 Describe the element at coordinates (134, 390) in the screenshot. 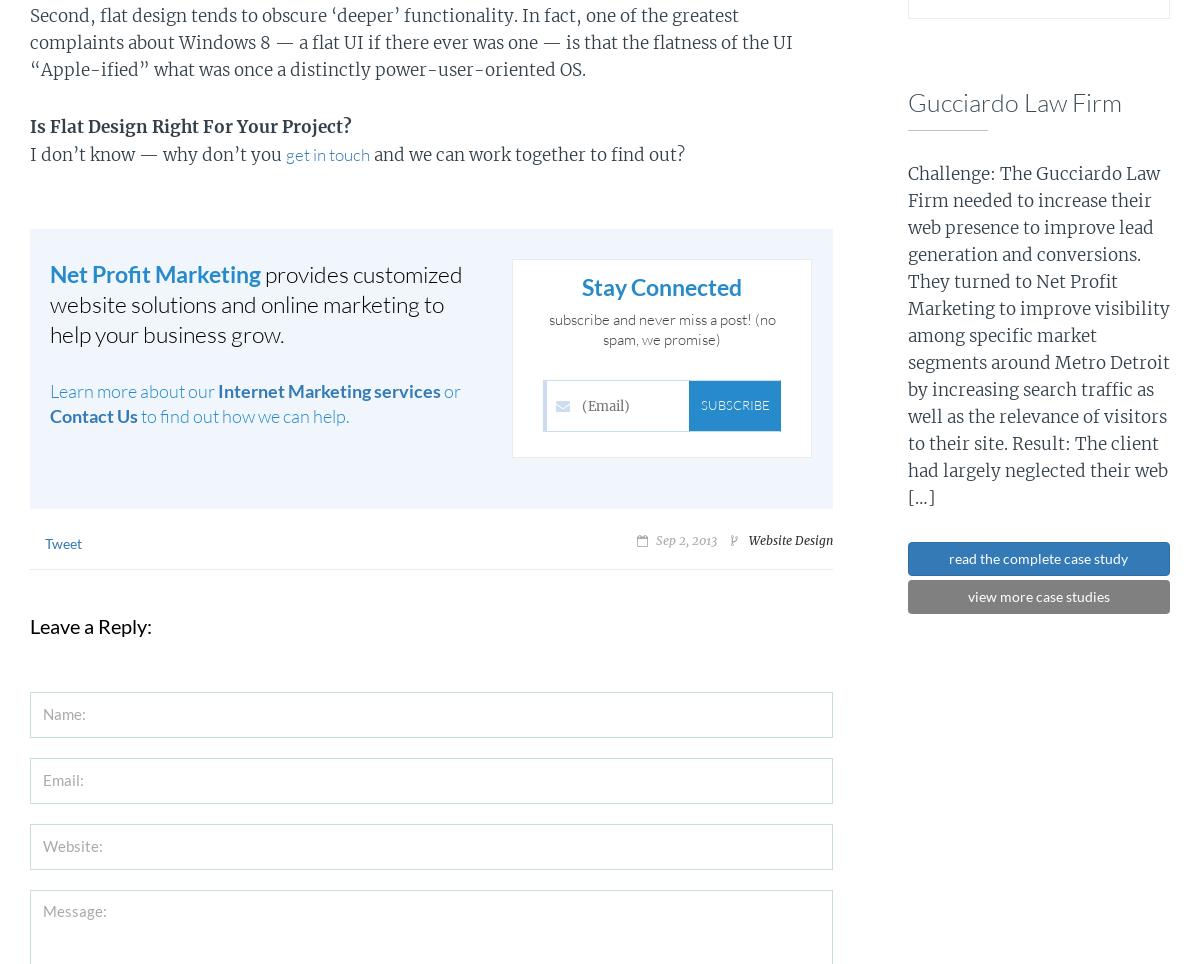

I see `'Learn more about our'` at that location.